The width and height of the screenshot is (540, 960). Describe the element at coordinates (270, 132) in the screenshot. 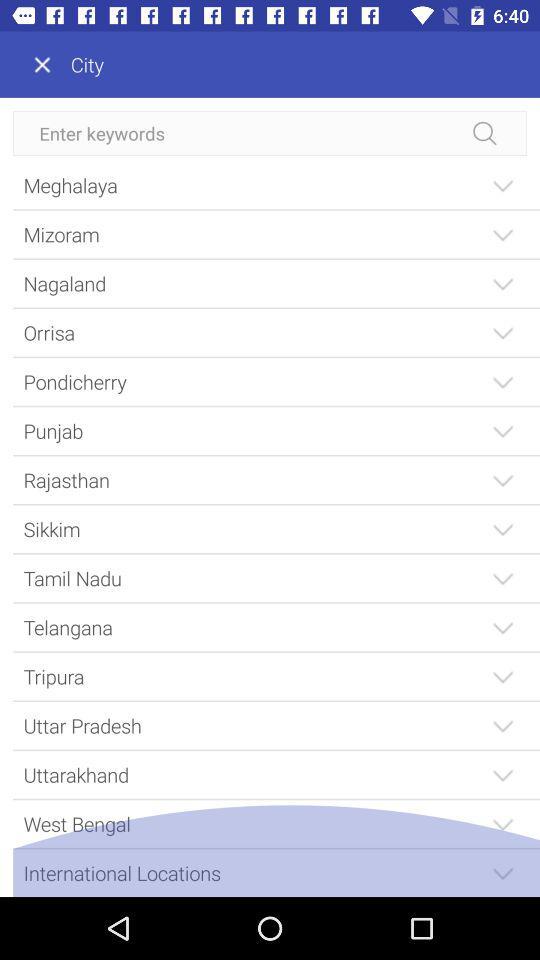

I see `the first text box` at that location.